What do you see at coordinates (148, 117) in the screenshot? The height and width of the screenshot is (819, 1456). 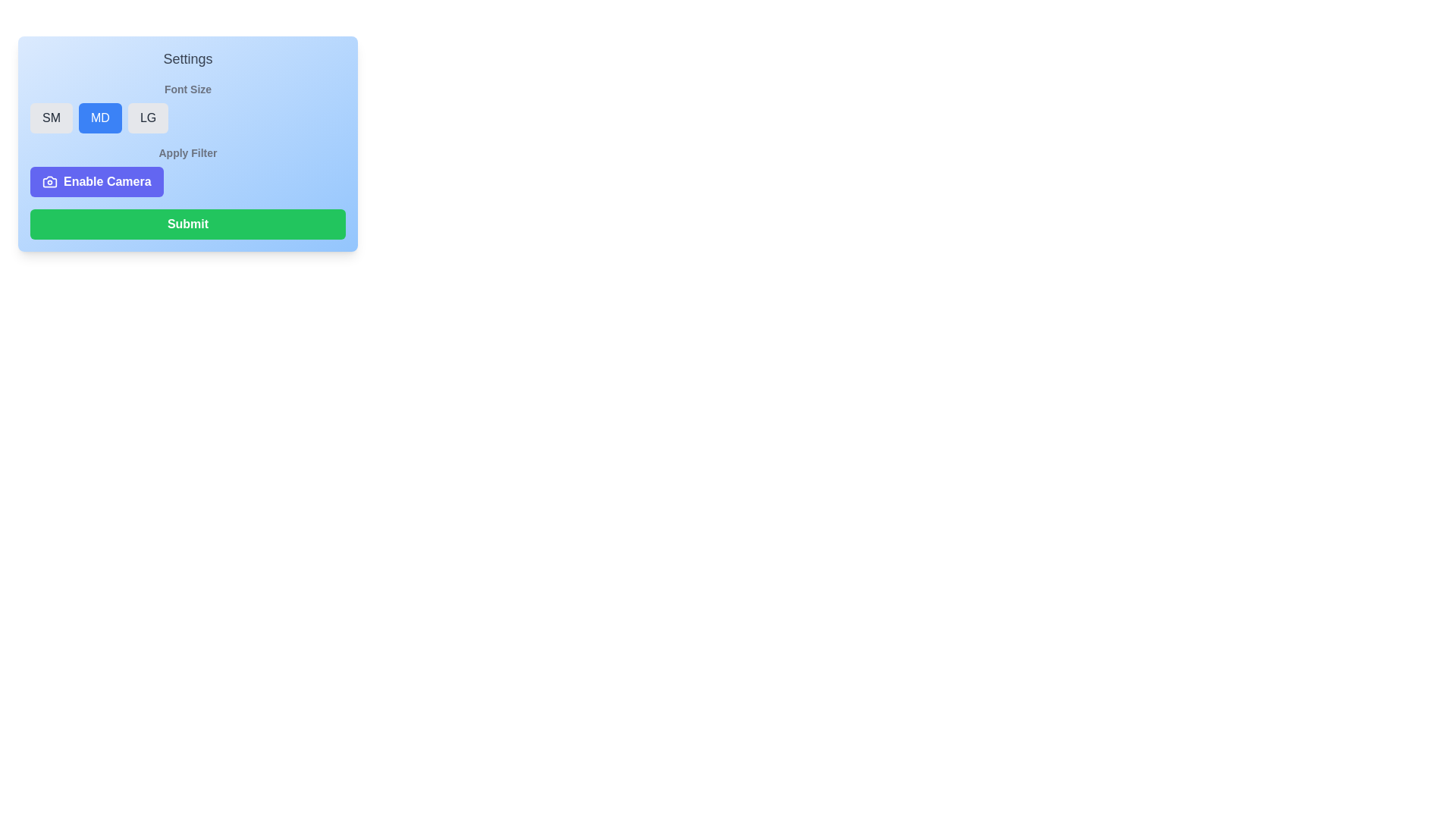 I see `the rectangular button labeled 'LG' with a gray background and dark gray text` at bounding box center [148, 117].